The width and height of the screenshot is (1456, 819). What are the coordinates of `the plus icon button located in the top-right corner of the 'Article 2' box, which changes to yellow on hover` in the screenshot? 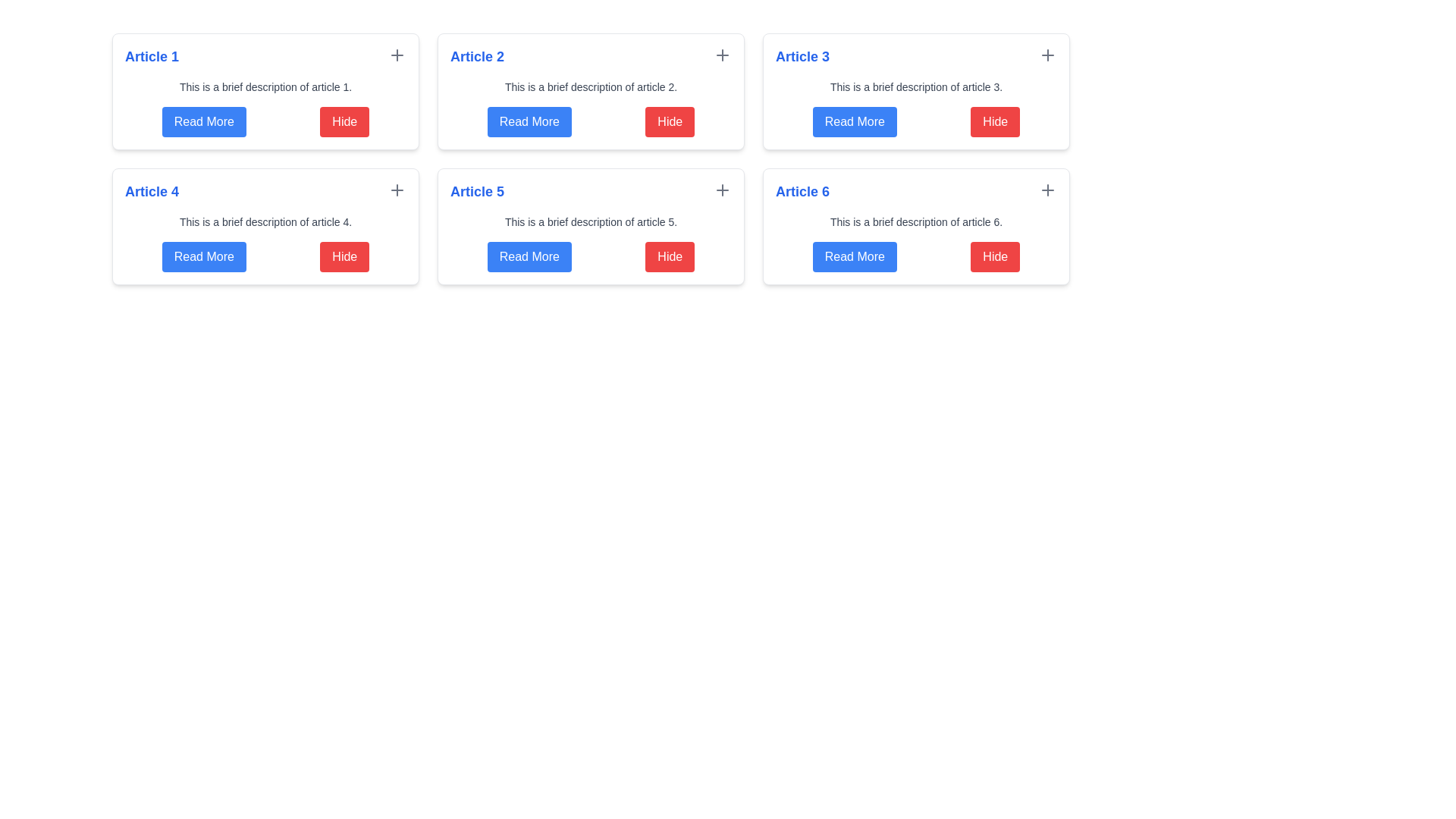 It's located at (722, 55).